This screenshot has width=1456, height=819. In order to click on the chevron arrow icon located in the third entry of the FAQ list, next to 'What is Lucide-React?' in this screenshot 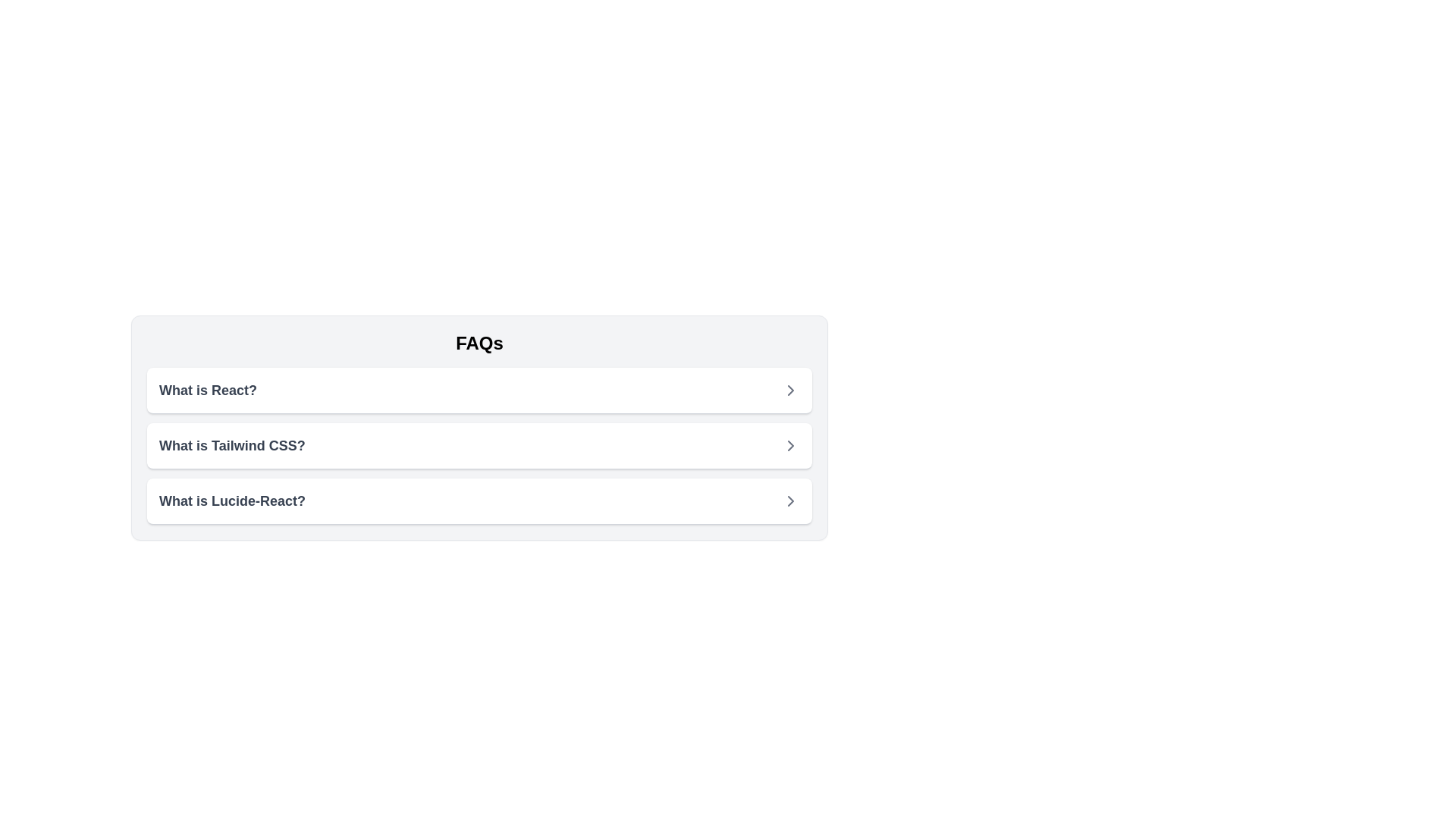, I will do `click(789, 500)`.